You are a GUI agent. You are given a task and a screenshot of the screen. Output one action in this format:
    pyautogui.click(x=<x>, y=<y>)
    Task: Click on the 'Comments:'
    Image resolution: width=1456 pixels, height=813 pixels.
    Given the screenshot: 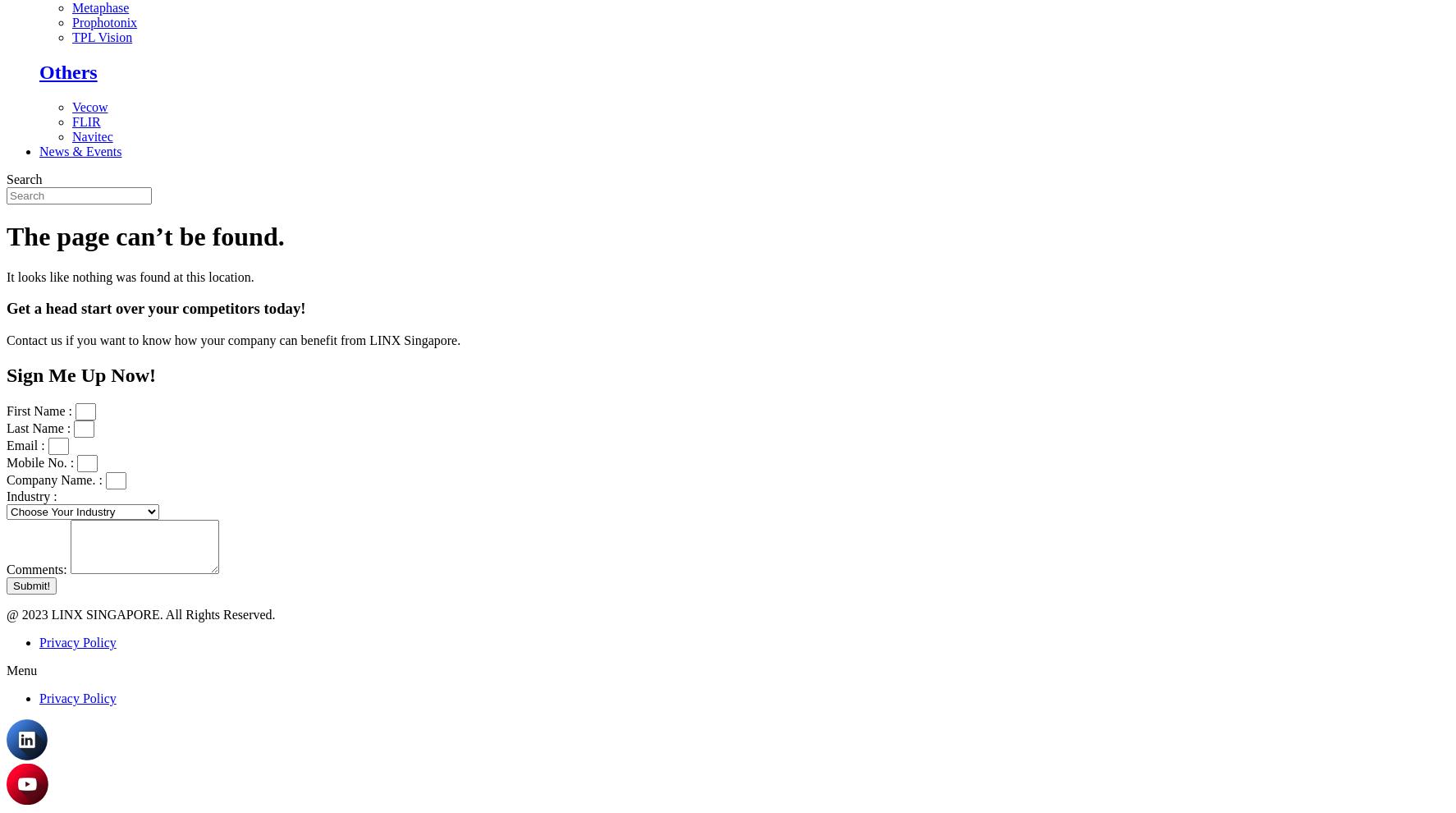 What is the action you would take?
    pyautogui.click(x=37, y=568)
    